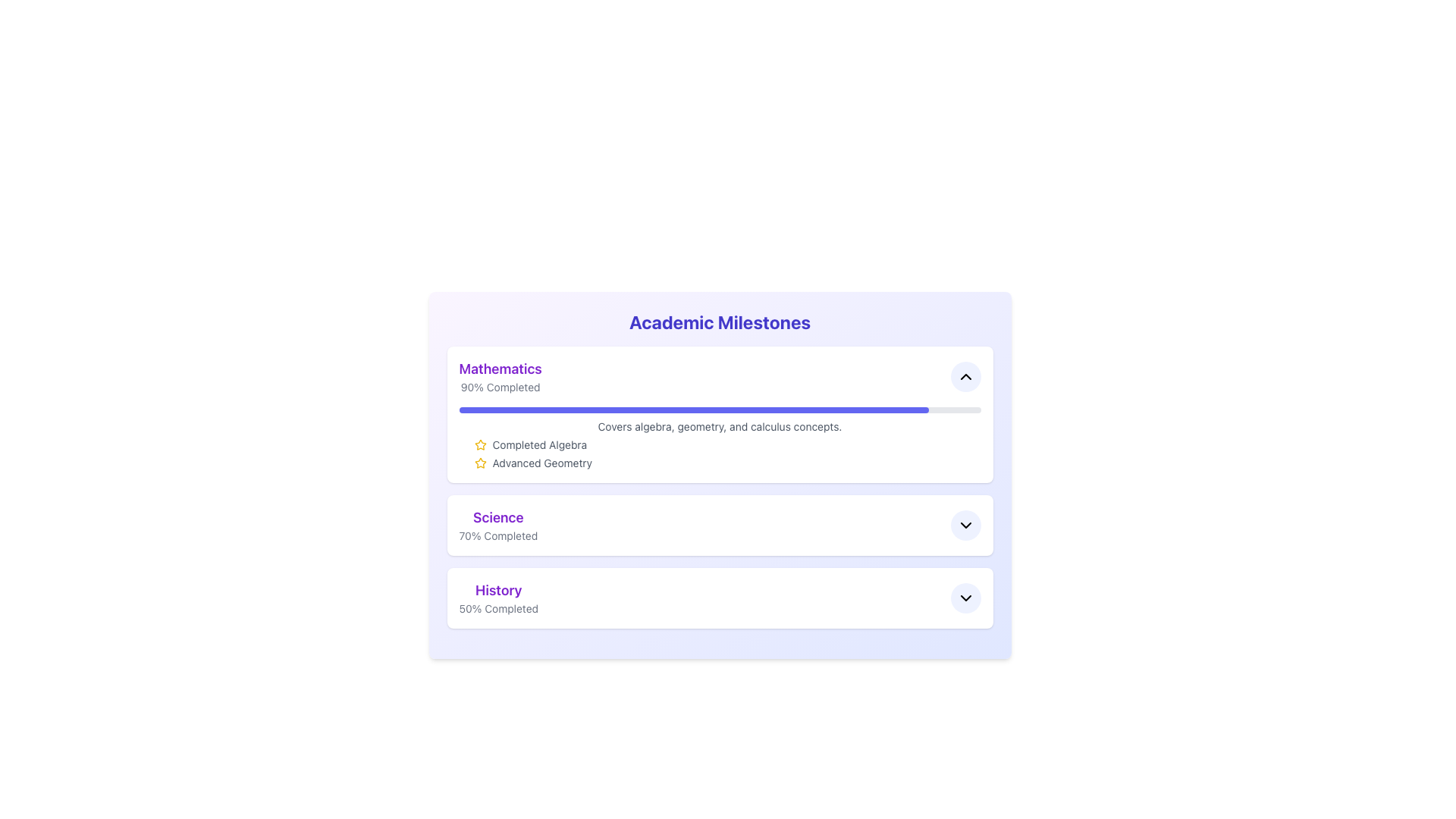 This screenshot has width=1456, height=819. Describe the element at coordinates (479, 444) in the screenshot. I see `the yellow star icon next to the 'Completed Algebra' label` at that location.